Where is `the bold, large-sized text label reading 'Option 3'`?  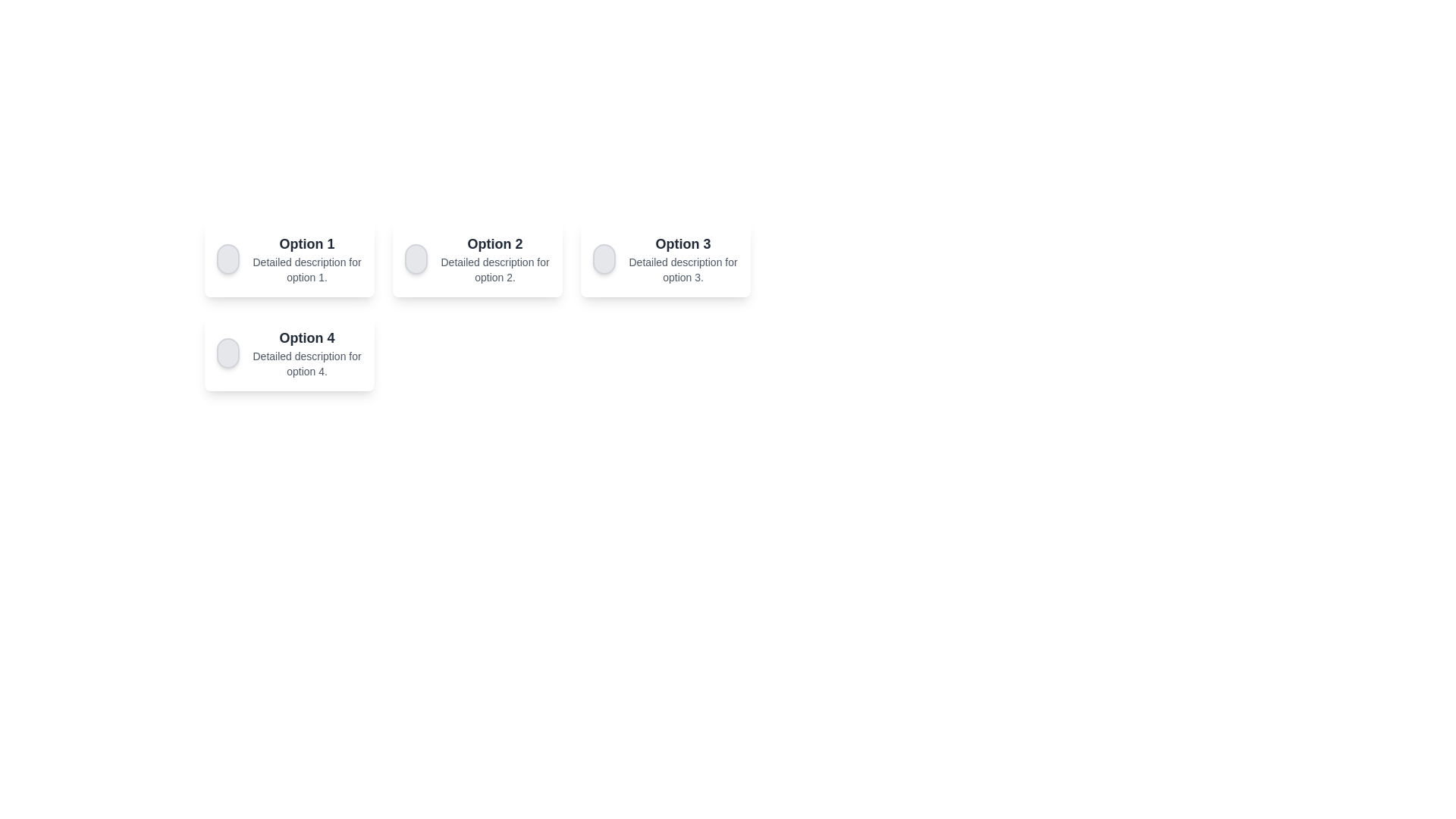
the bold, large-sized text label reading 'Option 3' is located at coordinates (682, 243).